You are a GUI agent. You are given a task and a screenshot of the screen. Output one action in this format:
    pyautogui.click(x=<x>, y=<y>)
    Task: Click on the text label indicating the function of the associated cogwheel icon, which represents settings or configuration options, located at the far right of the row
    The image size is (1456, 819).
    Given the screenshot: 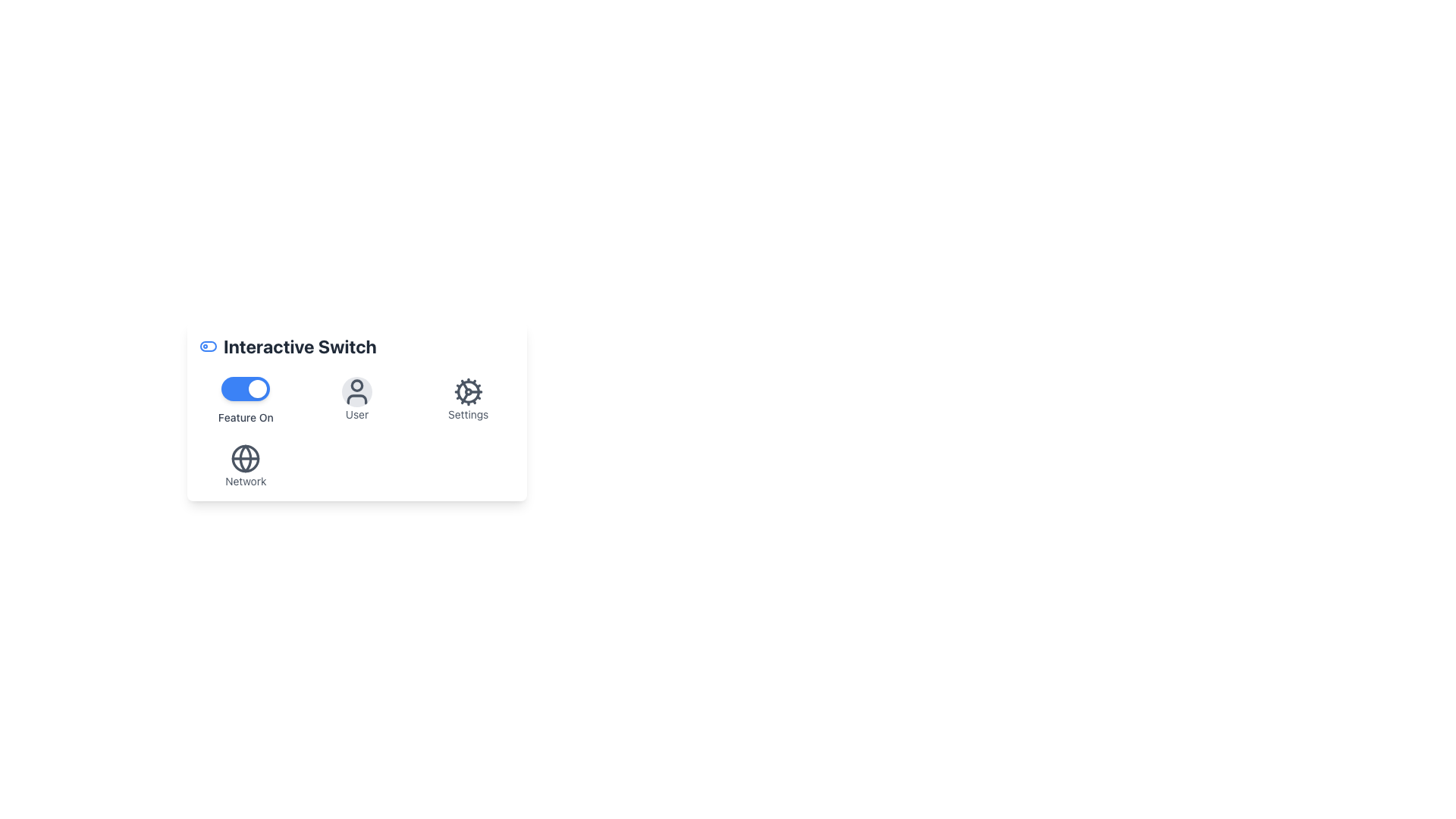 What is the action you would take?
    pyautogui.click(x=467, y=415)
    